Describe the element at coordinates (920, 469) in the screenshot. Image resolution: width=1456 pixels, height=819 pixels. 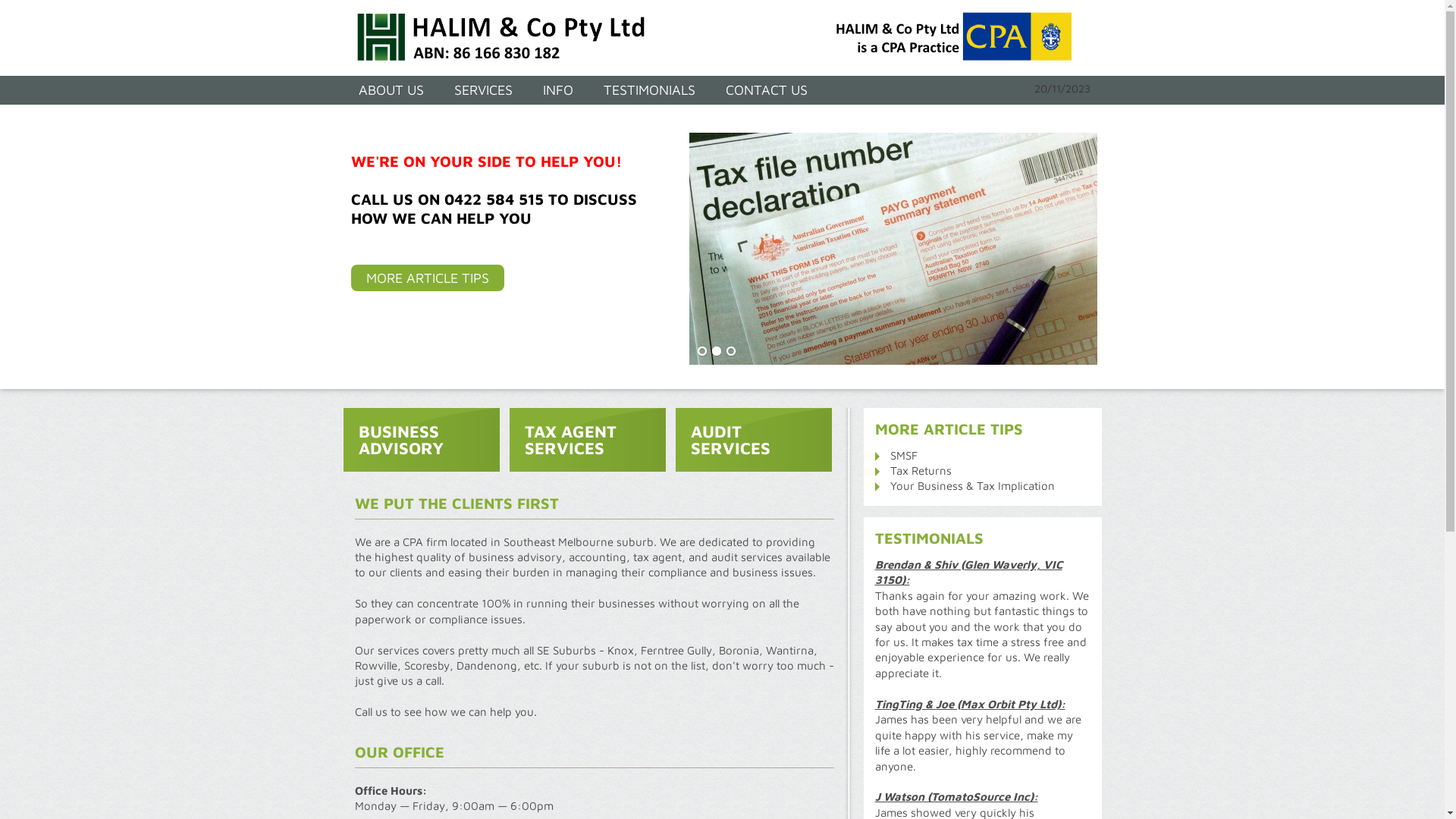
I see `'Tax Returns'` at that location.